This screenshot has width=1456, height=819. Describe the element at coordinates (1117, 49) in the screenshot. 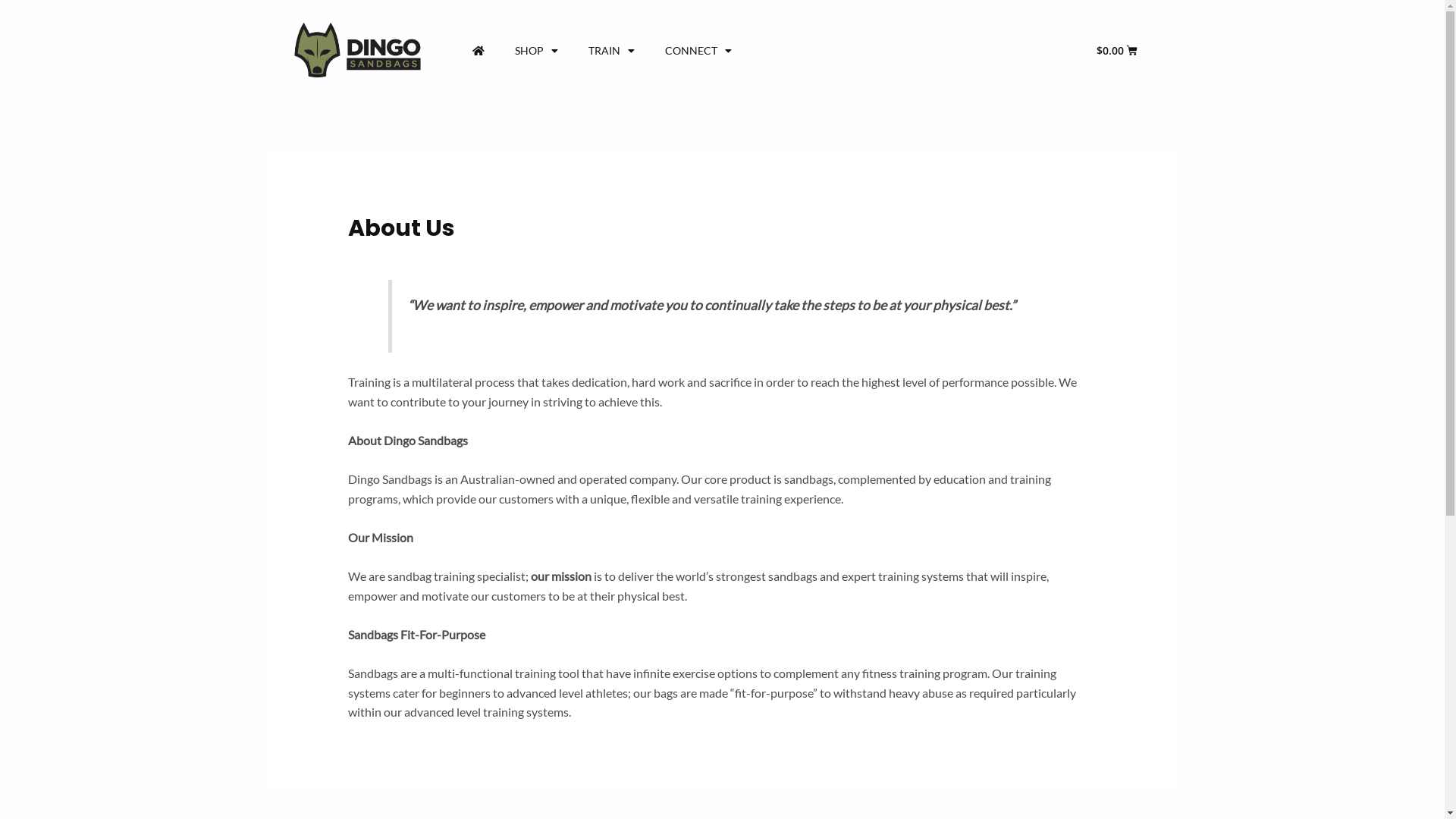

I see `'$0.00` at that location.